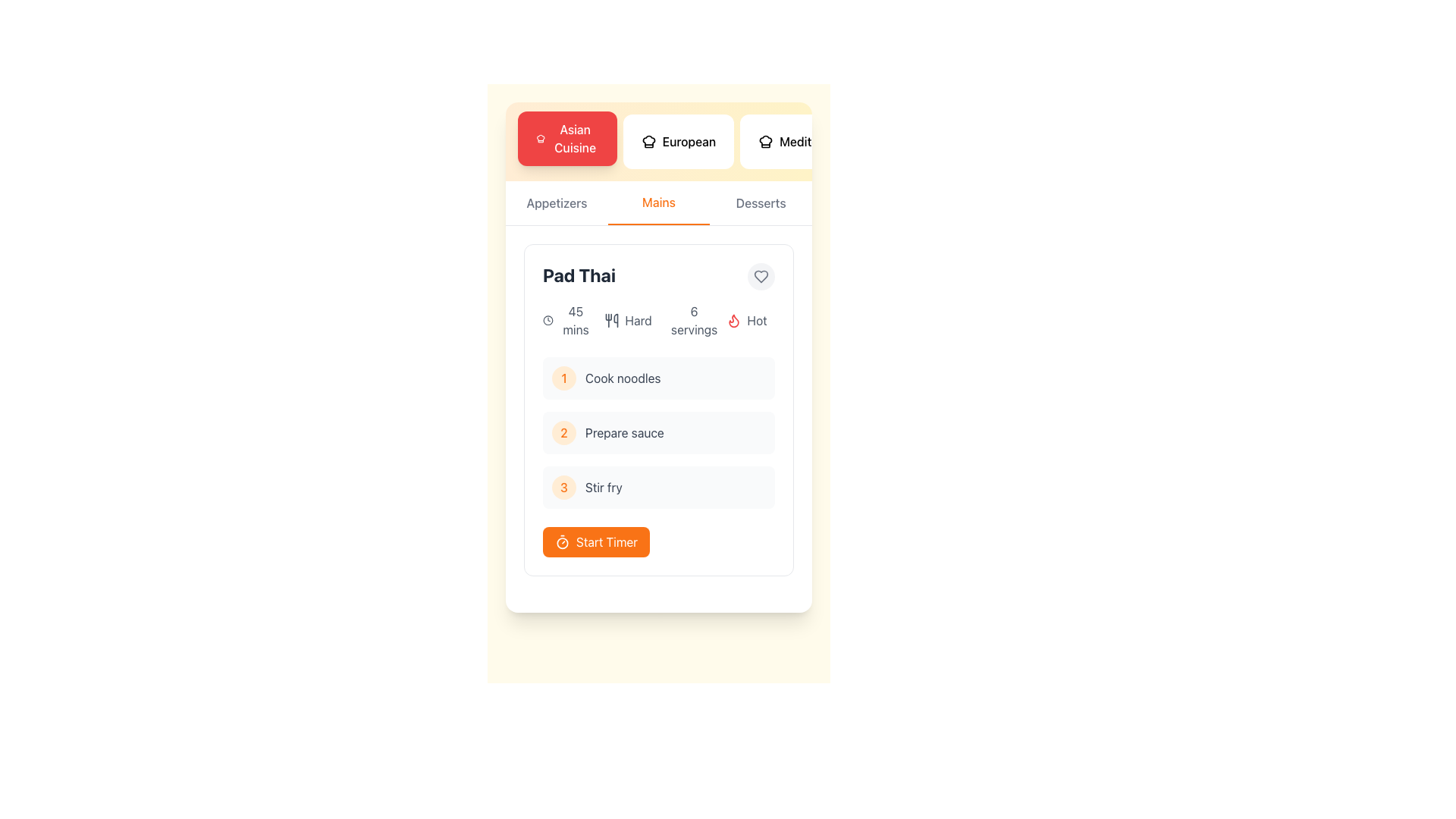 This screenshot has width=1456, height=819. Describe the element at coordinates (688, 141) in the screenshot. I see `the 'European' cuisine text label` at that location.